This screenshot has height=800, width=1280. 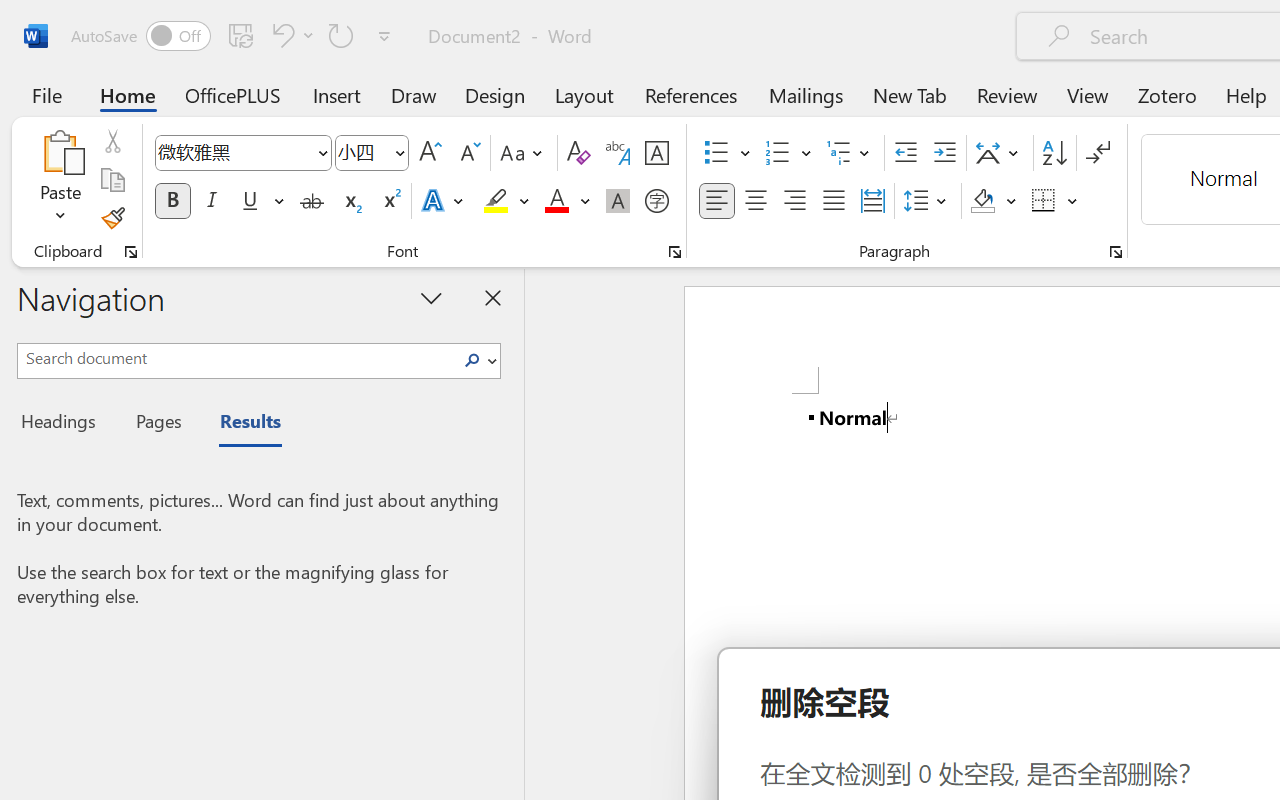 What do you see at coordinates (675, 251) in the screenshot?
I see `'Font...'` at bounding box center [675, 251].